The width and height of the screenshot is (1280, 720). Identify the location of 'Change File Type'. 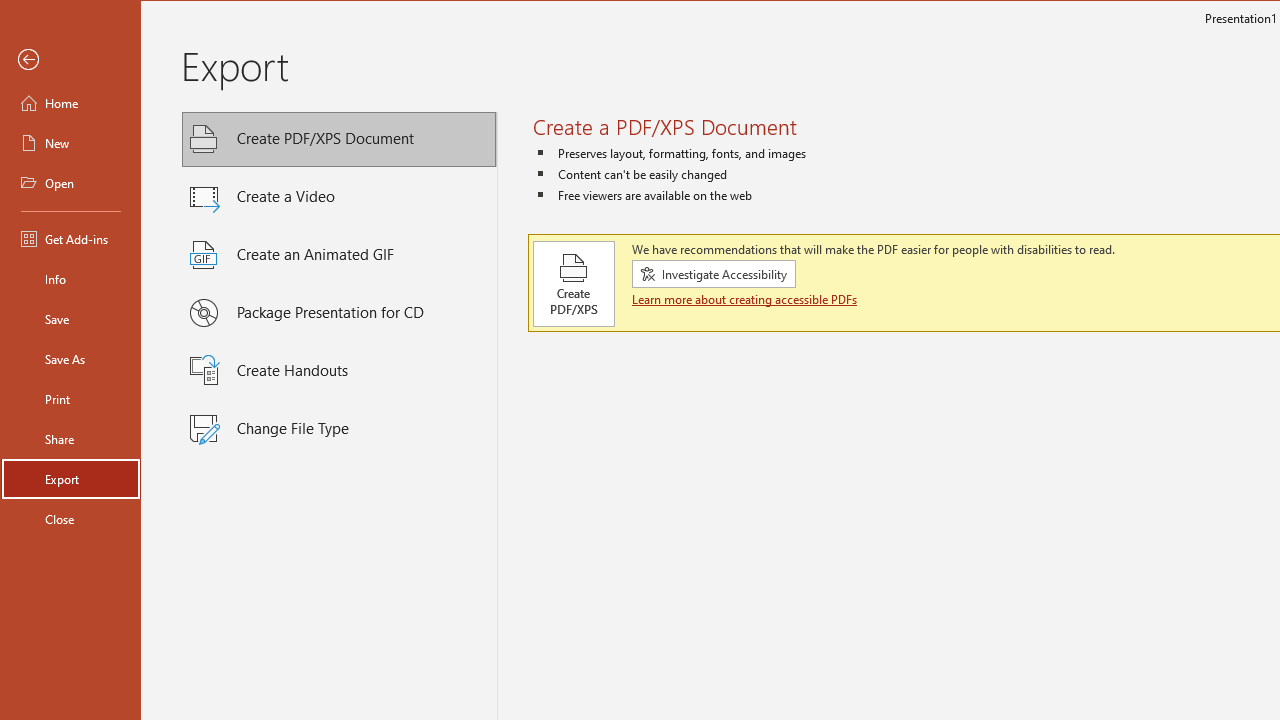
(339, 428).